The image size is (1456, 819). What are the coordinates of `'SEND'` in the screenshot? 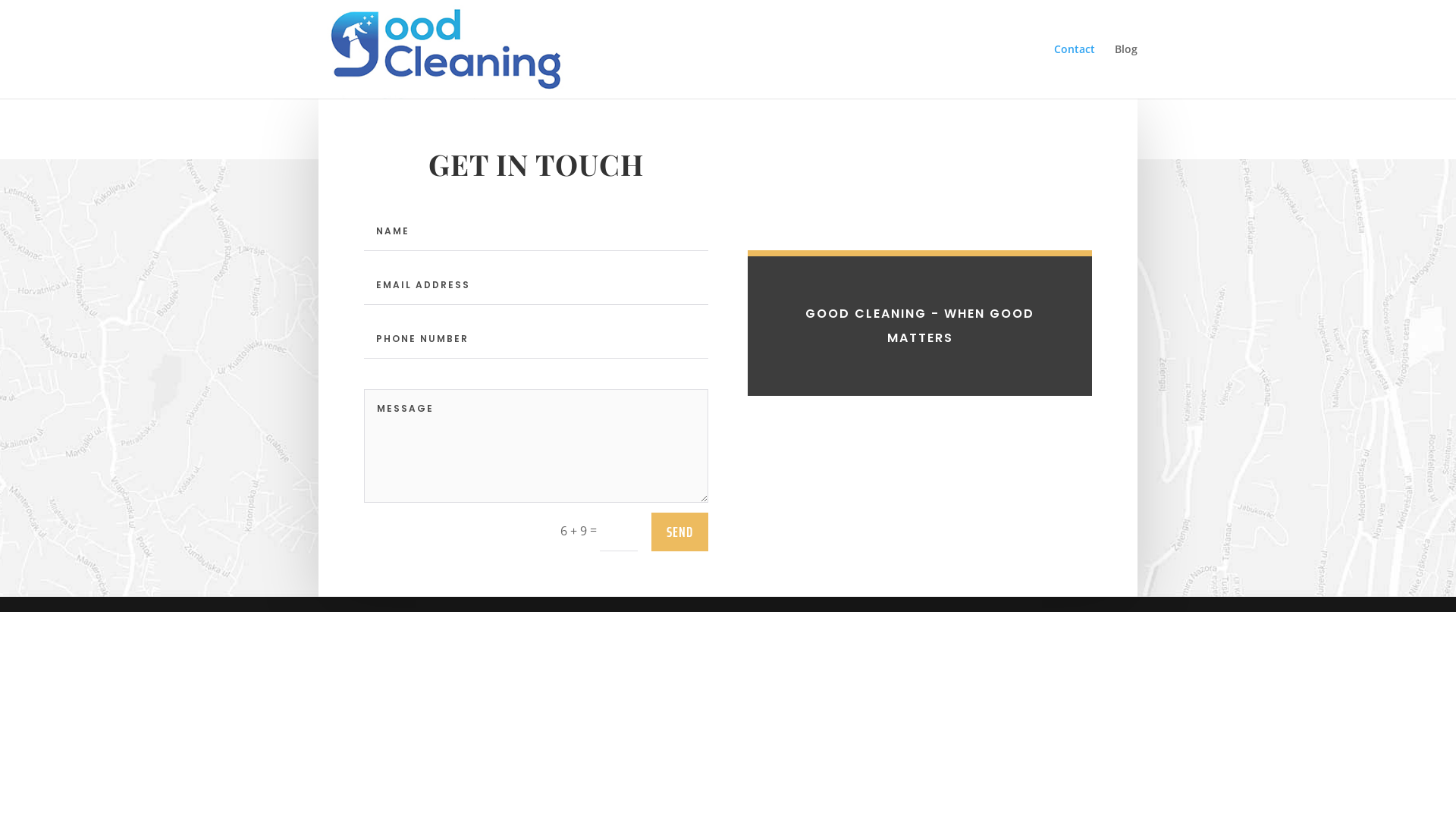 It's located at (679, 531).